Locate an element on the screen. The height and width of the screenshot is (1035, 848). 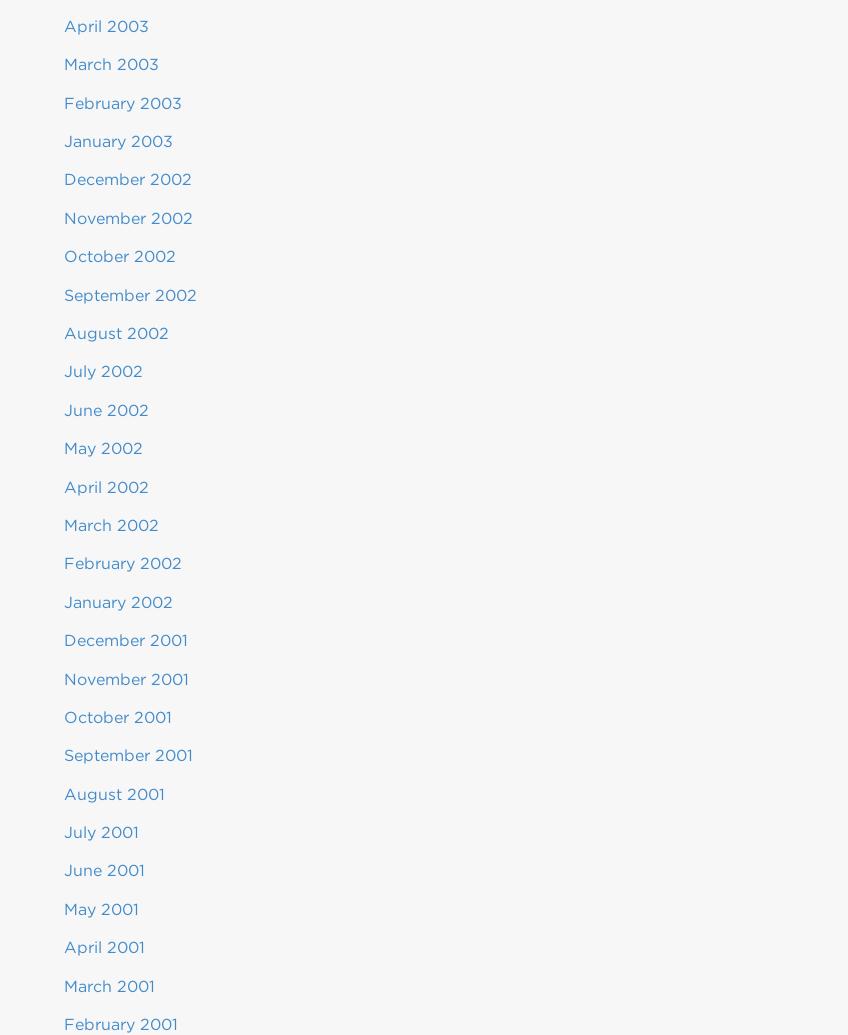
'September 2002' is located at coordinates (64, 294).